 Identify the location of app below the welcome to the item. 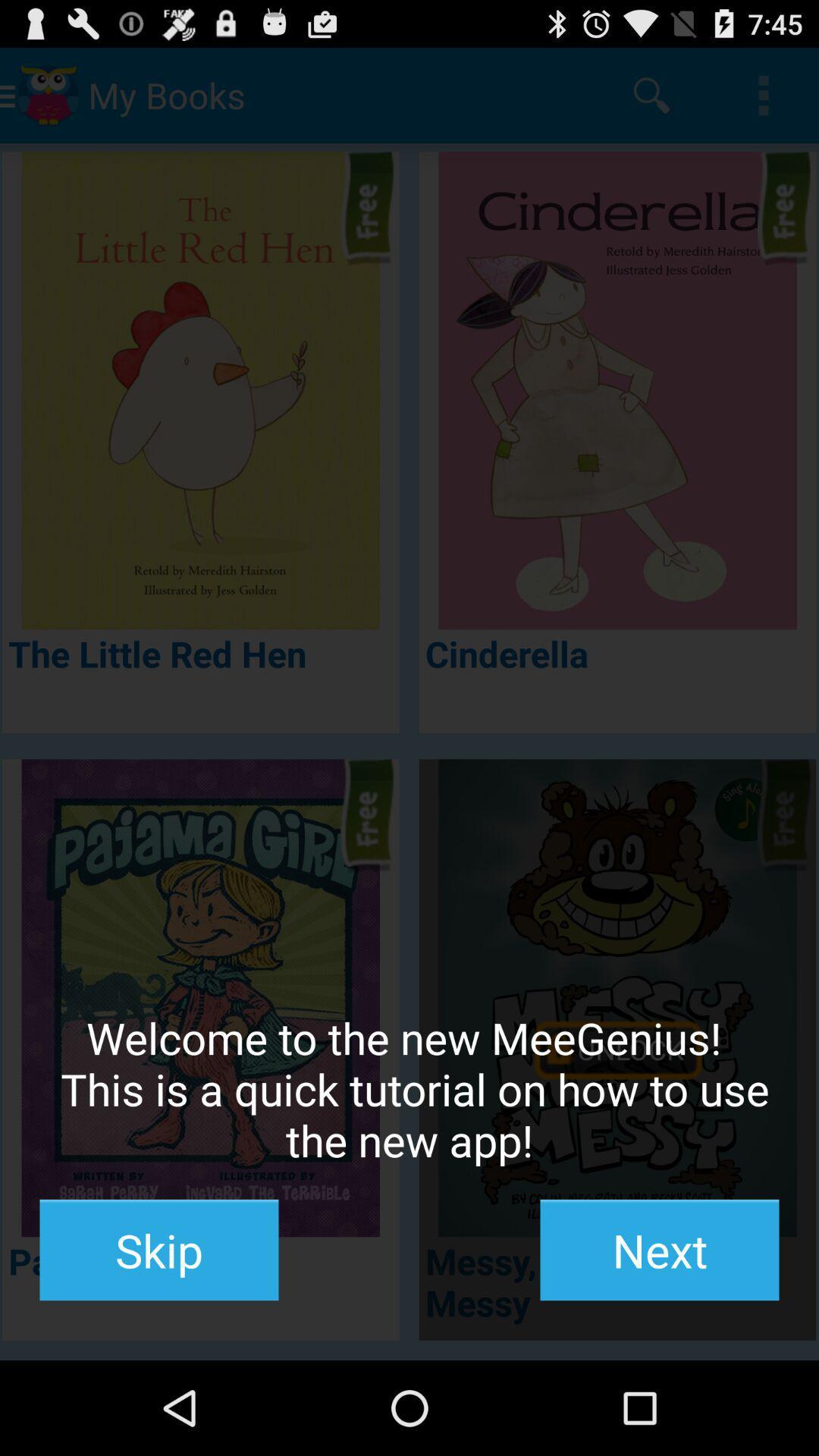
(158, 1250).